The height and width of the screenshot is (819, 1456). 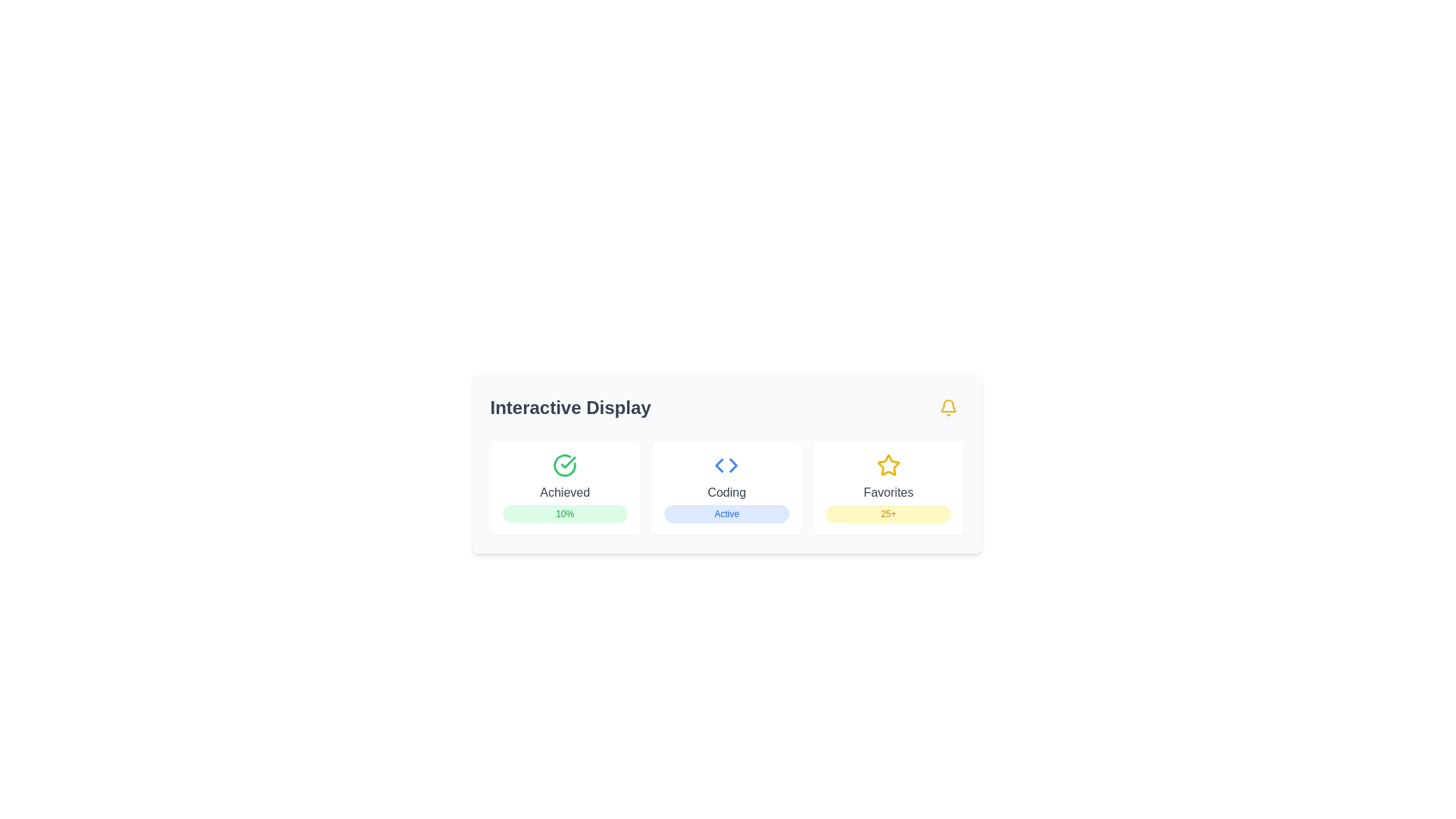 What do you see at coordinates (888, 493) in the screenshot?
I see `the text element labeled 'Favorites' located beneath the yellow star icon in the third card of a row, positioned above '25+'` at bounding box center [888, 493].